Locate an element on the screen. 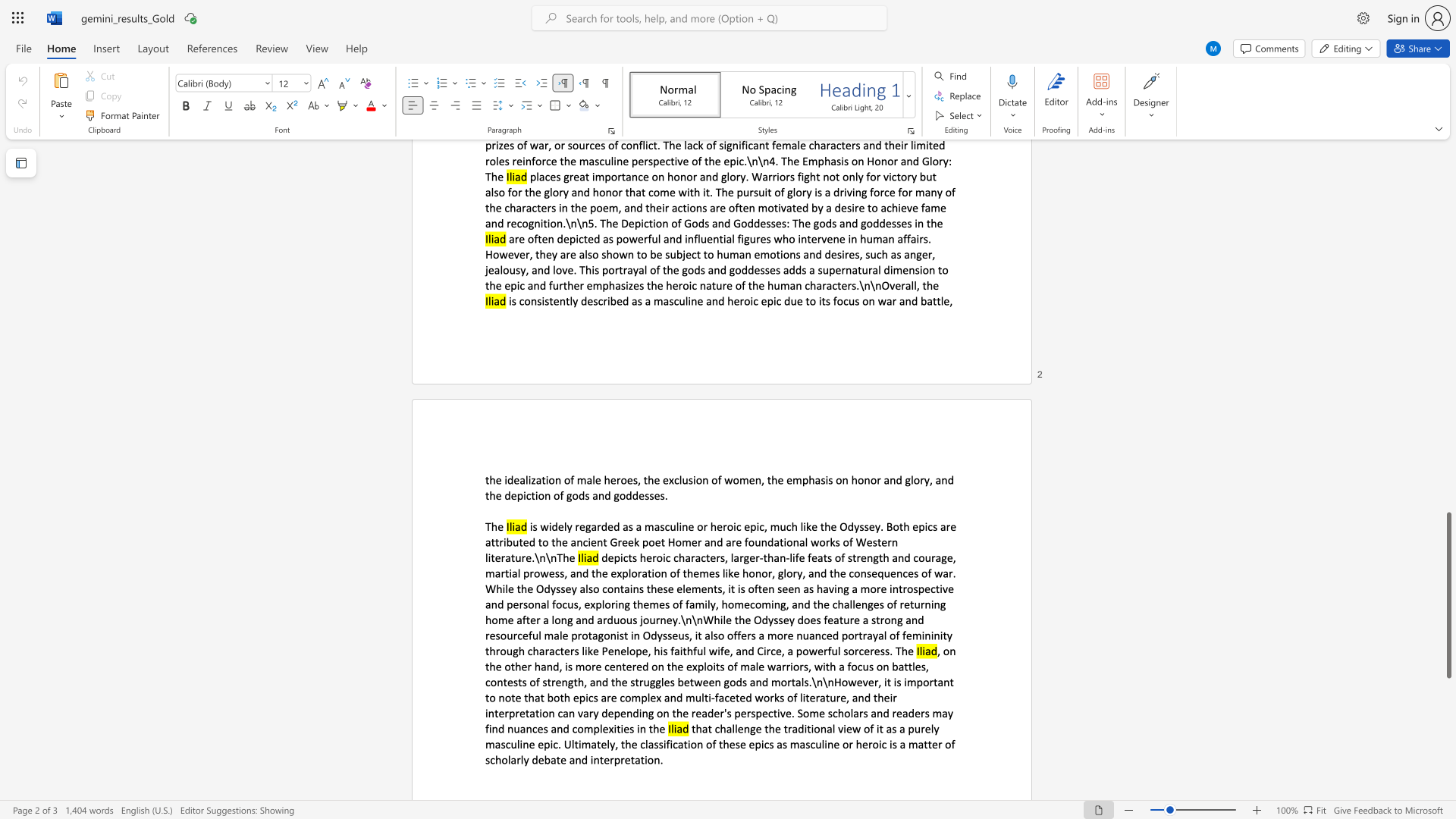 This screenshot has height=819, width=1456. the scrollbar on the right is located at coordinates (1448, 394).